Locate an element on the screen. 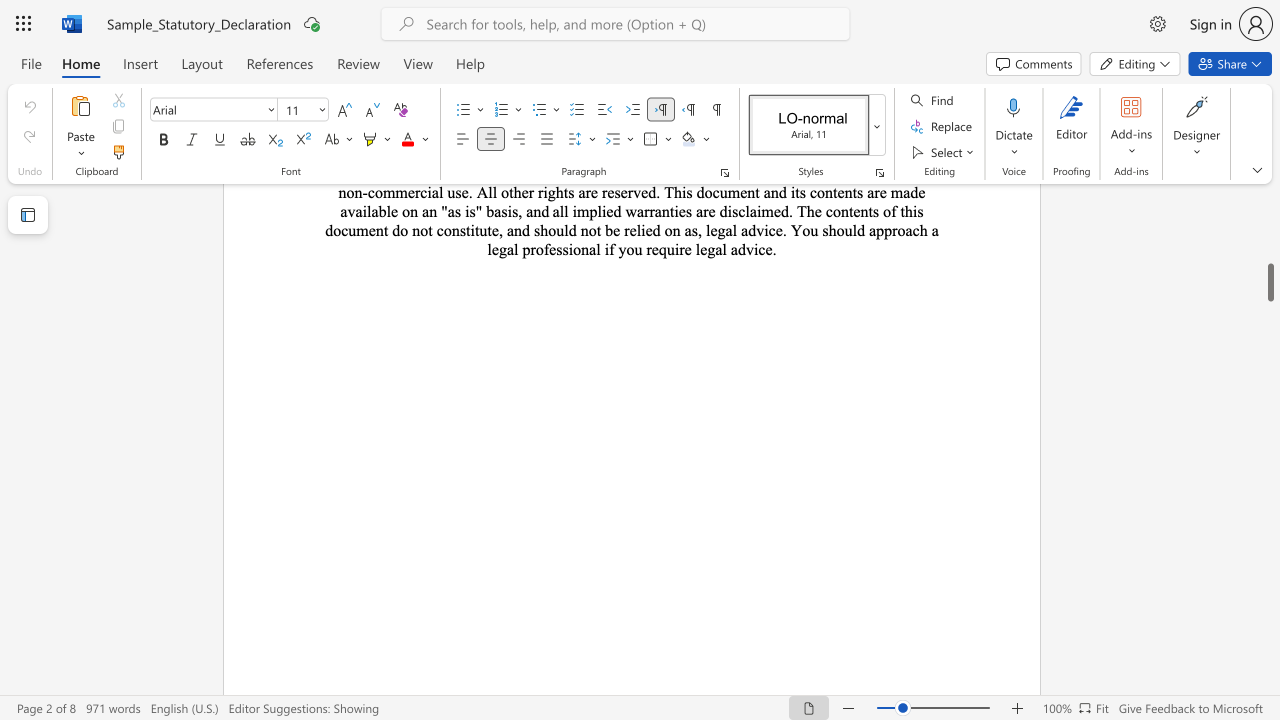 This screenshot has width=1280, height=720. the side scrollbar to bring the page up is located at coordinates (1269, 258).